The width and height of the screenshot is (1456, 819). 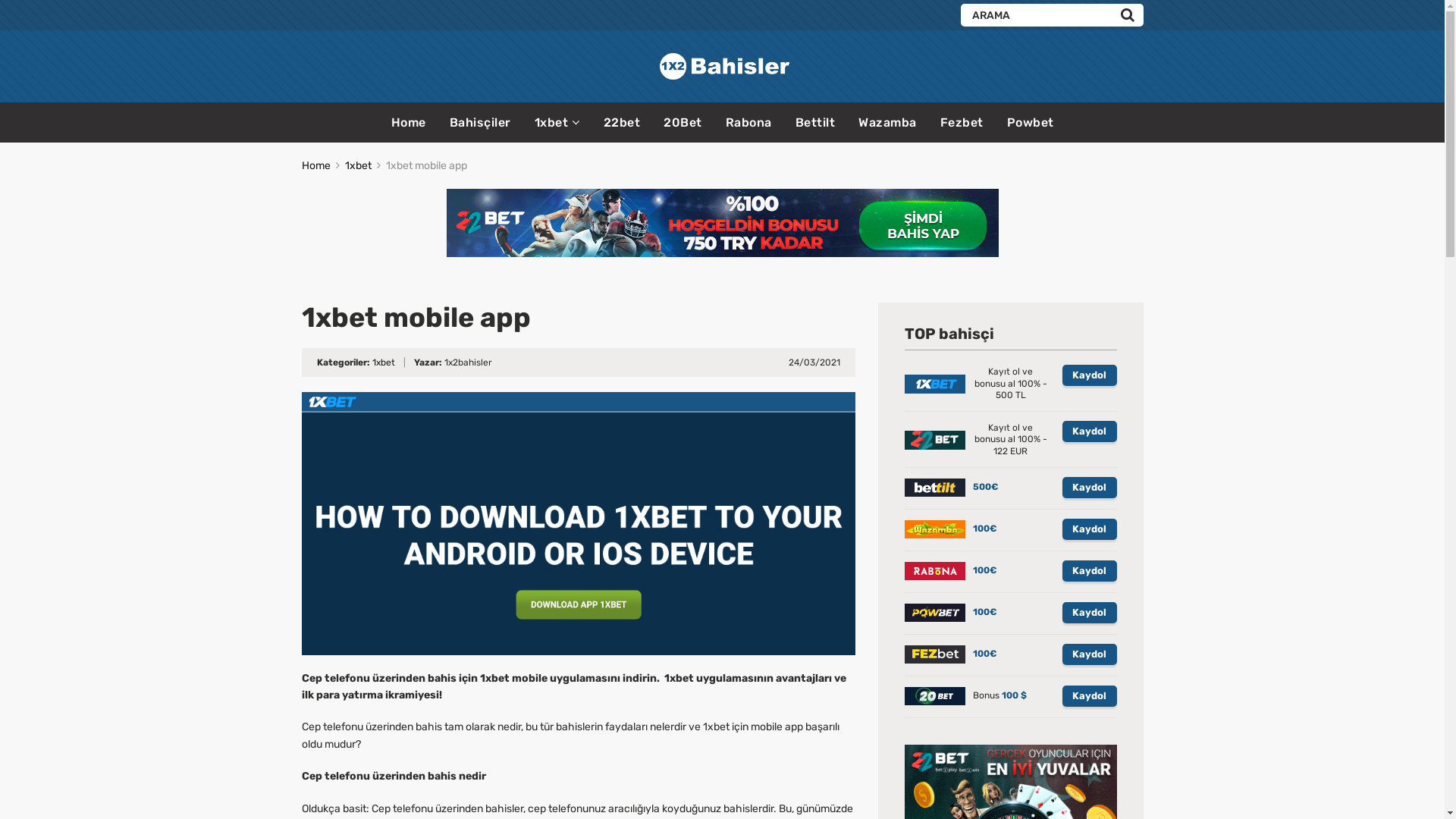 I want to click on 'Wazamba', so click(x=887, y=122).